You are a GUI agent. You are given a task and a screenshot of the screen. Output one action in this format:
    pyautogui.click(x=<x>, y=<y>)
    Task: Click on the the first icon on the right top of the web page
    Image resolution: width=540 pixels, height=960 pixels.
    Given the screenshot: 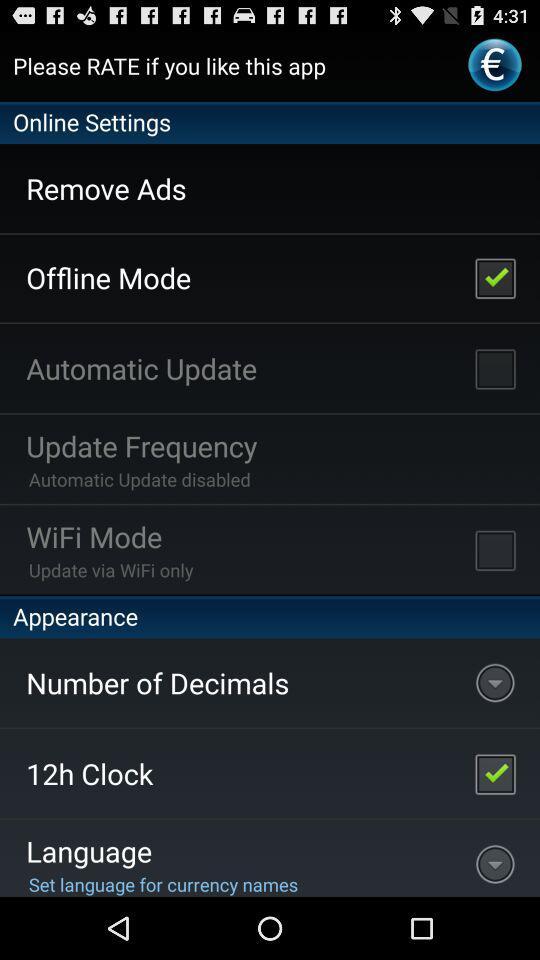 What is the action you would take?
    pyautogui.click(x=494, y=65)
    